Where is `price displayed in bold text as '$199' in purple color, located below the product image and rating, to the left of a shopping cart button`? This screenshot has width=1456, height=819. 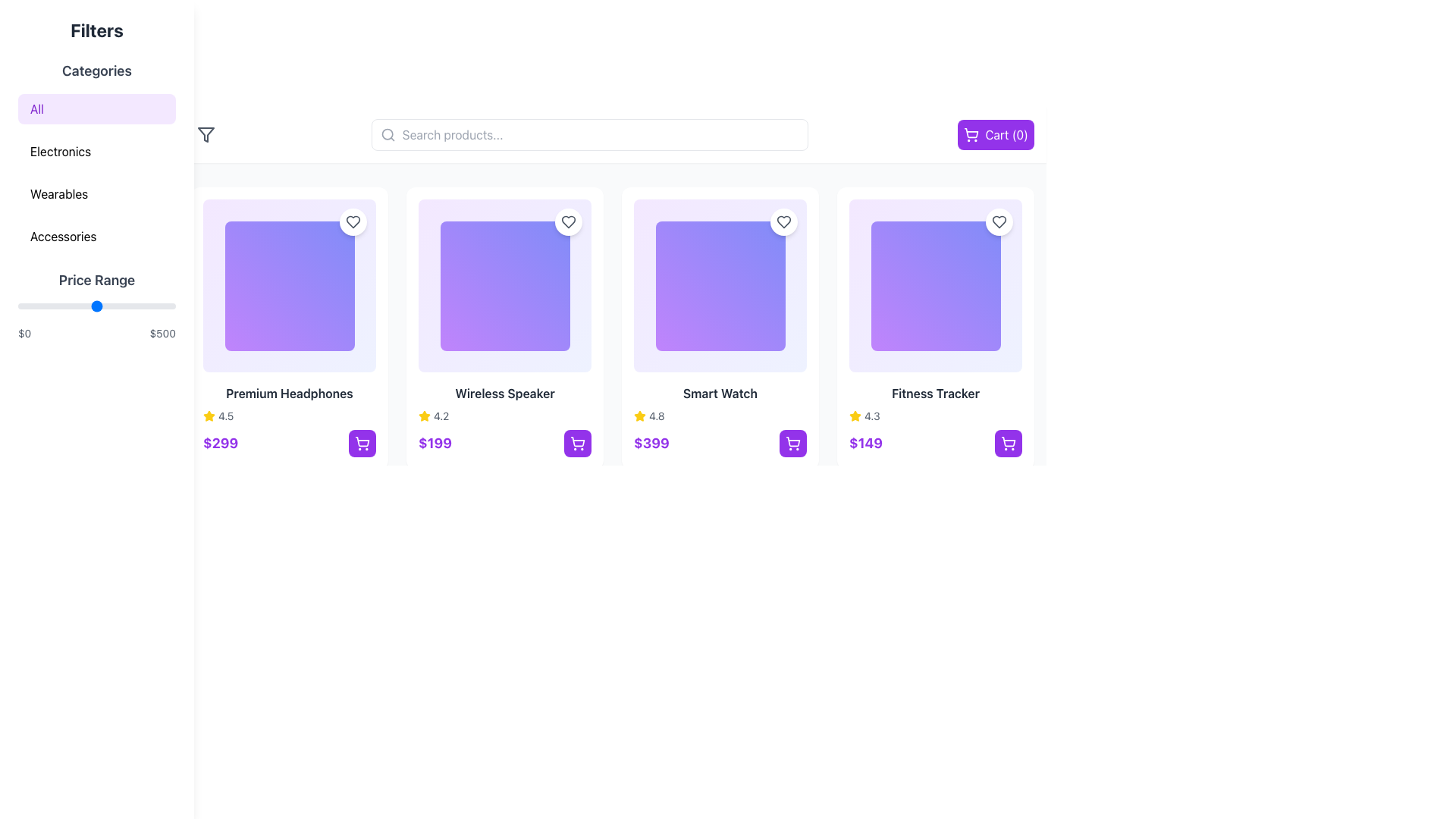 price displayed in bold text as '$199' in purple color, located below the product image and rating, to the left of a shopping cart button is located at coordinates (435, 444).